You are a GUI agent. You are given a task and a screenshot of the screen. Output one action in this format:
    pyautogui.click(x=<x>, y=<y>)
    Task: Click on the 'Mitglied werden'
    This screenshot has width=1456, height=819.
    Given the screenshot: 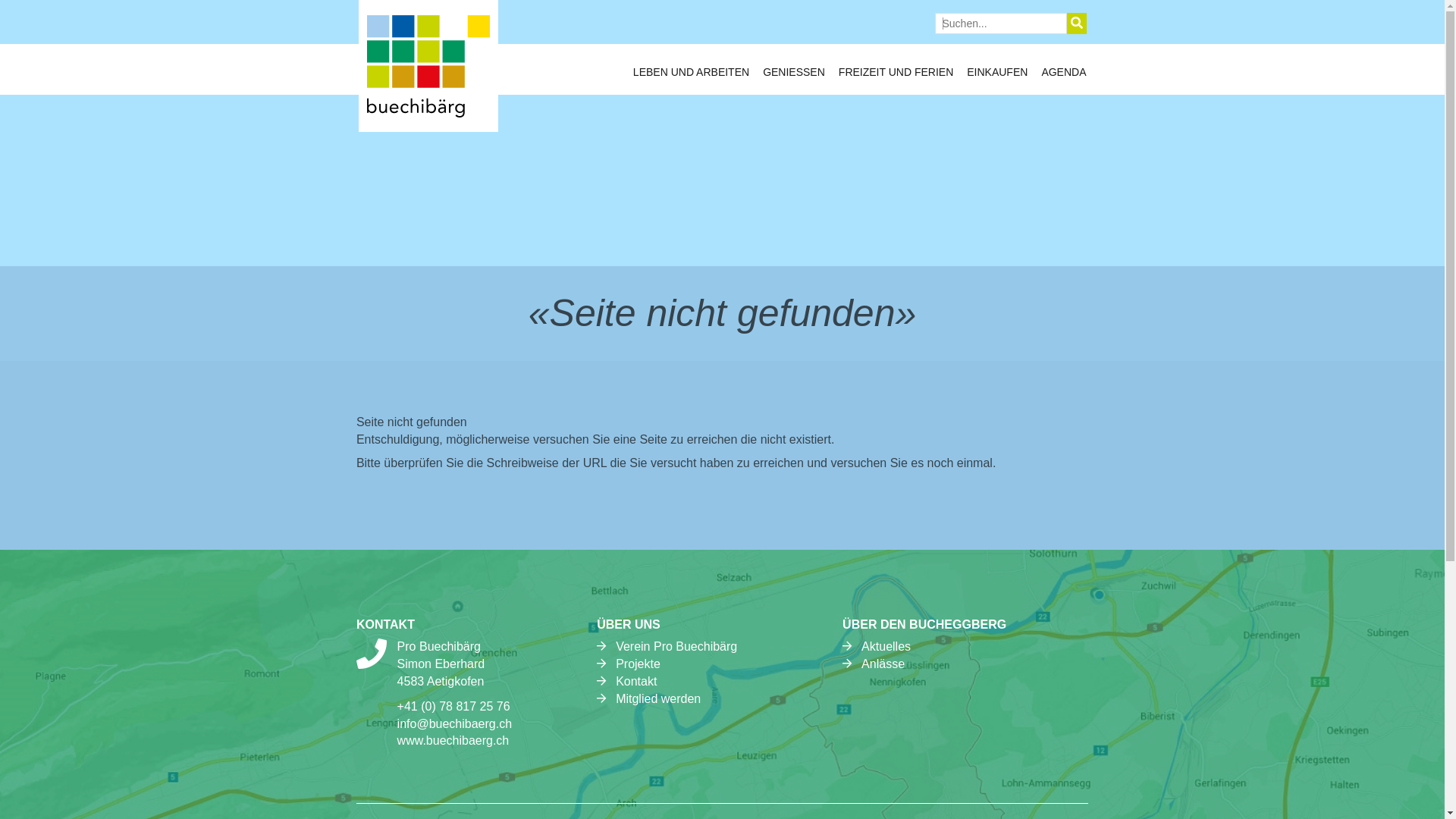 What is the action you would take?
    pyautogui.click(x=658, y=698)
    